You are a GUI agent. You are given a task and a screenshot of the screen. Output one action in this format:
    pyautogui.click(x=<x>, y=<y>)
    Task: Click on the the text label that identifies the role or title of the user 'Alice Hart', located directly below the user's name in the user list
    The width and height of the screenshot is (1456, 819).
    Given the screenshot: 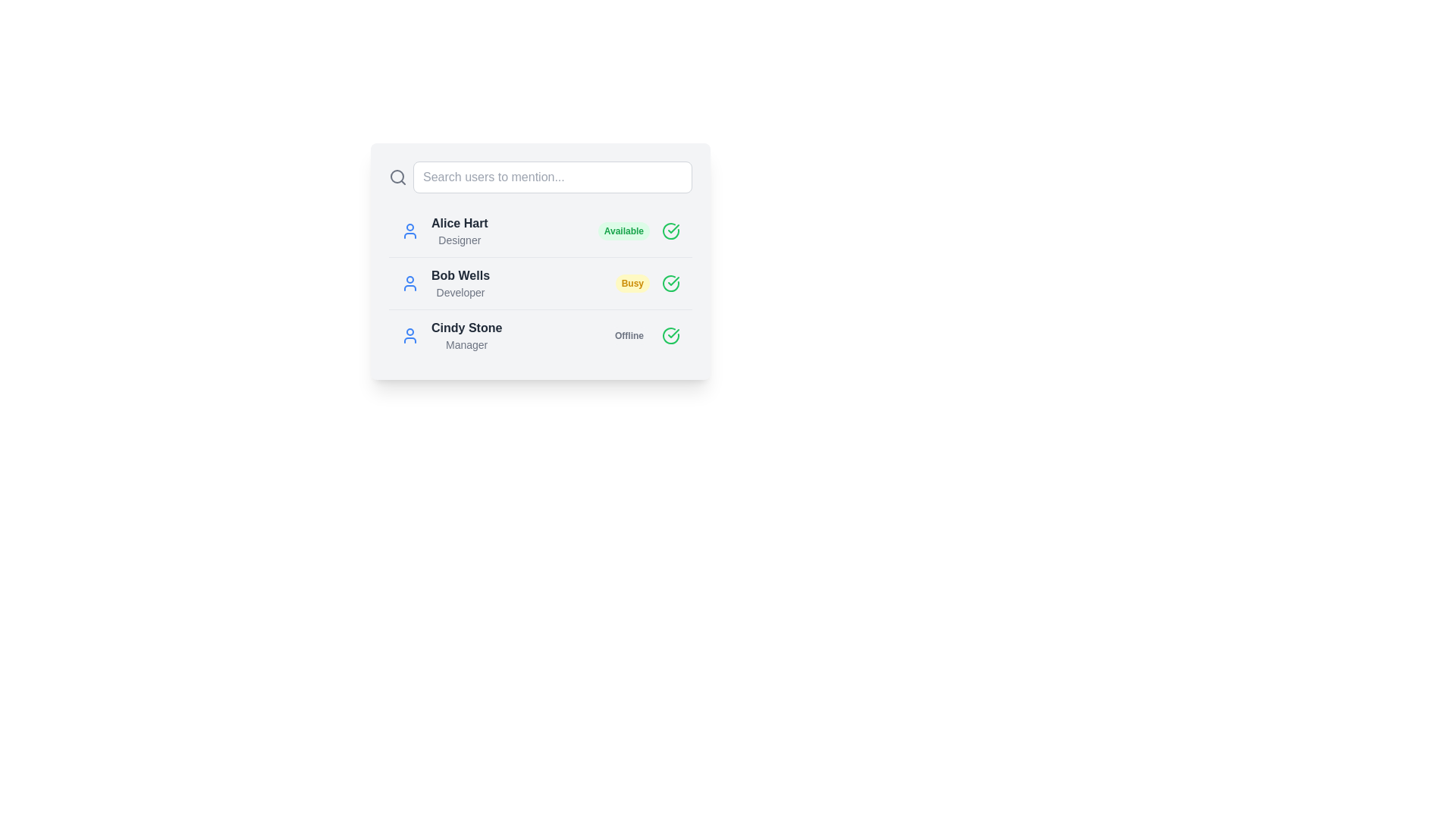 What is the action you would take?
    pyautogui.click(x=459, y=239)
    